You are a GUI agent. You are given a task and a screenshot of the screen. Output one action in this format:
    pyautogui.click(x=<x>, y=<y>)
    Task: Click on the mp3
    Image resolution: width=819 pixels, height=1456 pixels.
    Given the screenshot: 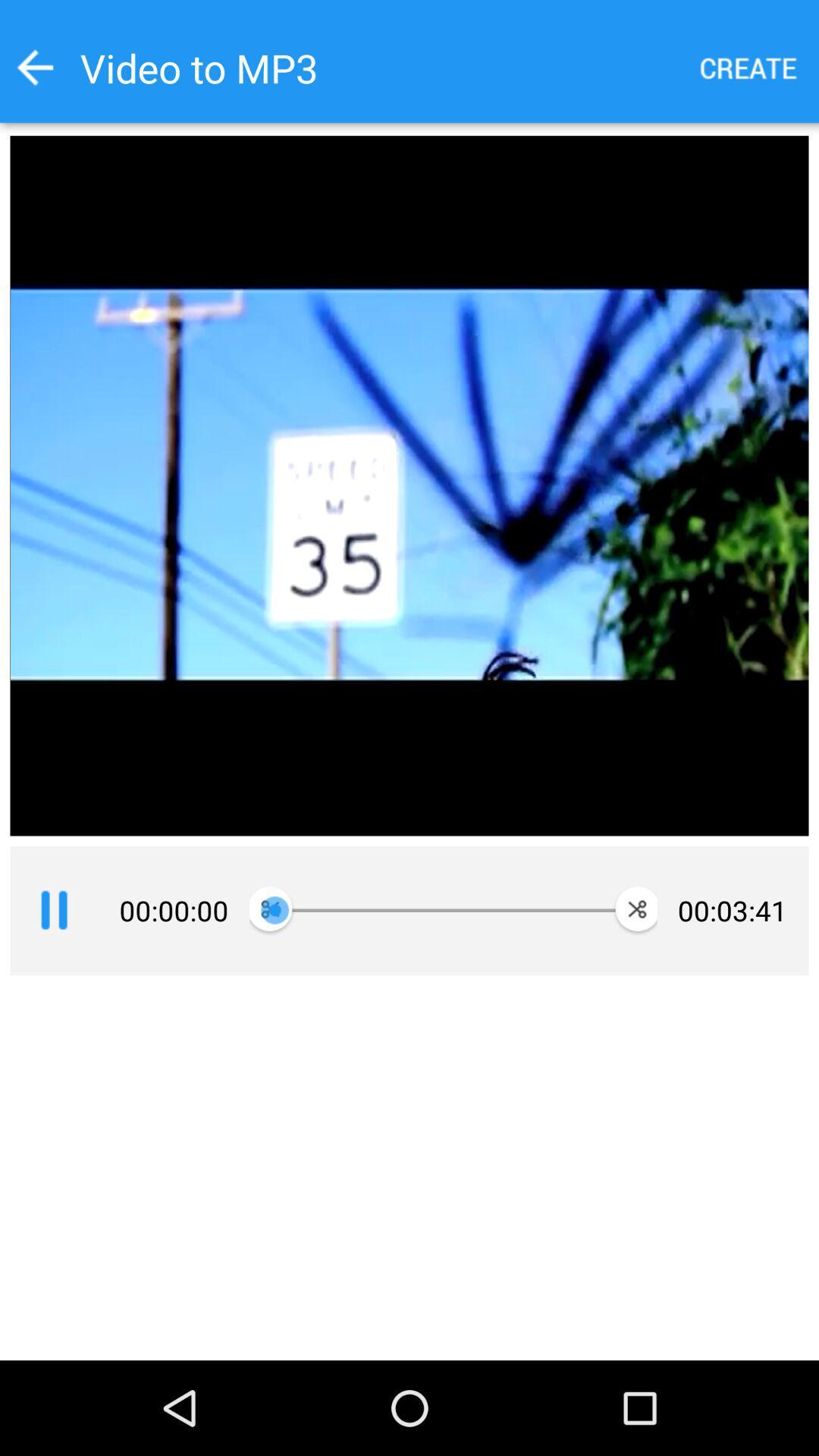 What is the action you would take?
    pyautogui.click(x=748, y=67)
    